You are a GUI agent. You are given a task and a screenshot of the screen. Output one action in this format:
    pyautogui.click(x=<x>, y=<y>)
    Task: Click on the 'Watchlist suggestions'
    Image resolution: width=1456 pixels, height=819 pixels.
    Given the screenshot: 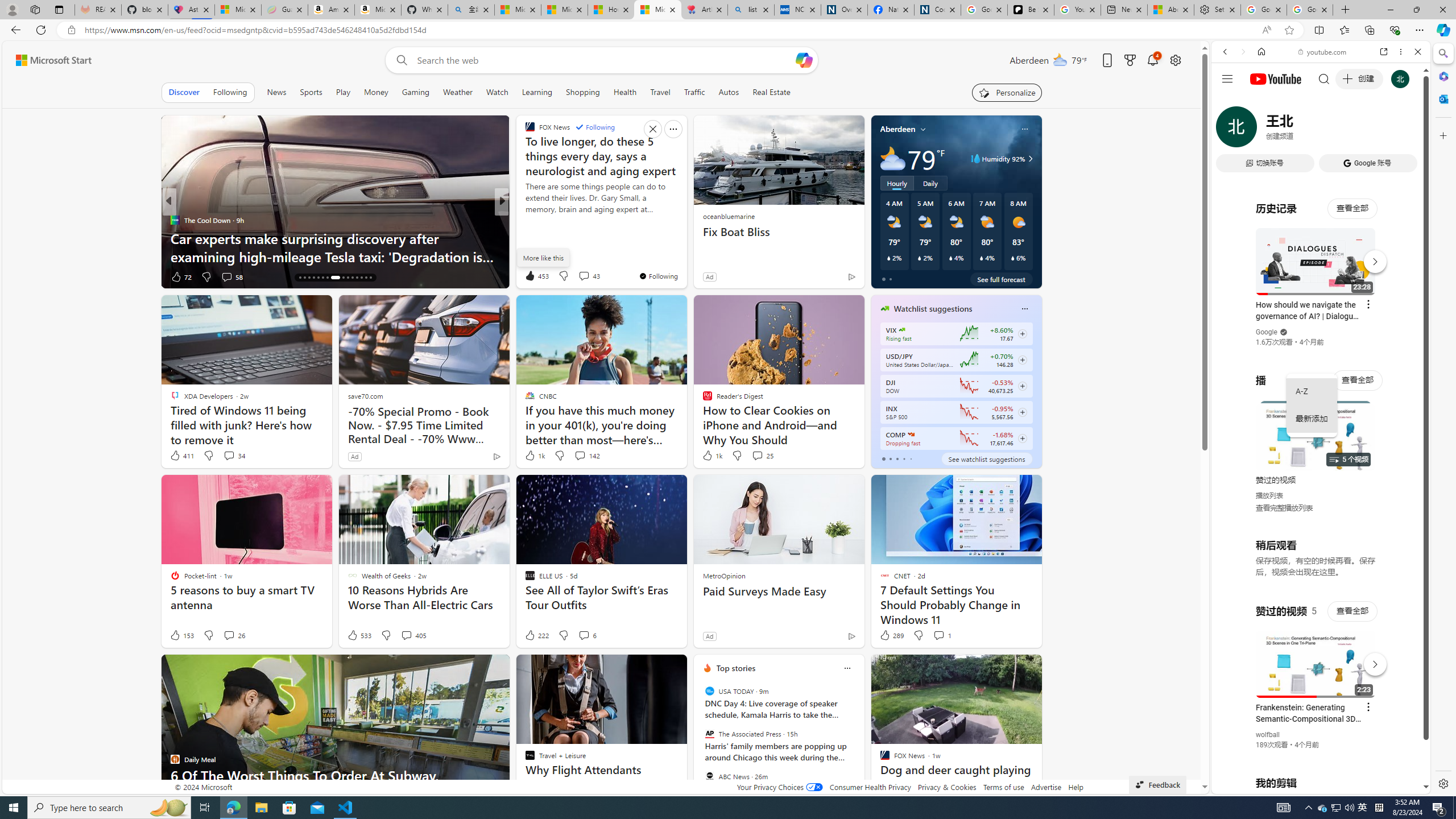 What is the action you would take?
    pyautogui.click(x=932, y=308)
    